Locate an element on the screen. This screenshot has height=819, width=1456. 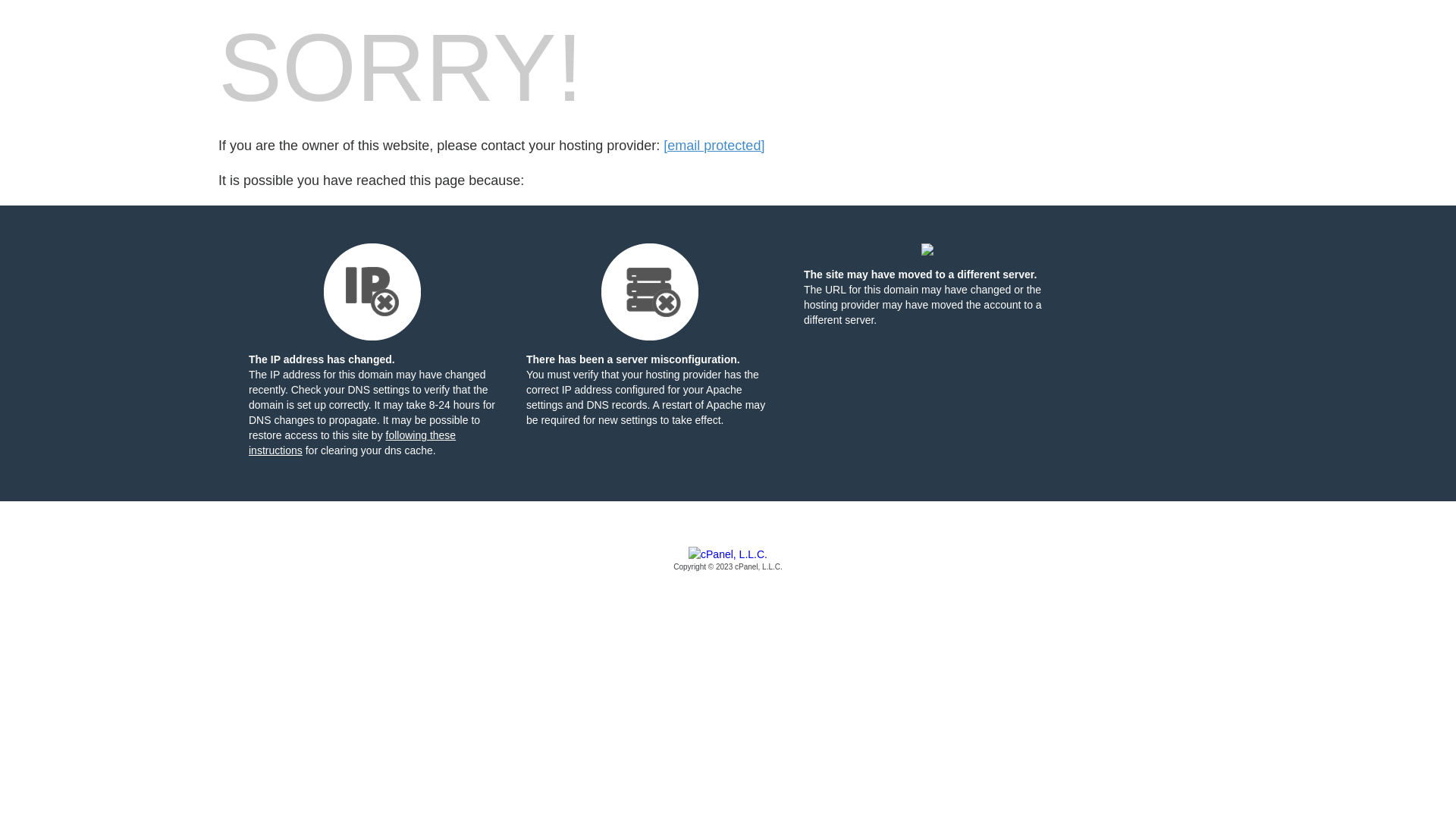
'[email protected]' is located at coordinates (713, 146).